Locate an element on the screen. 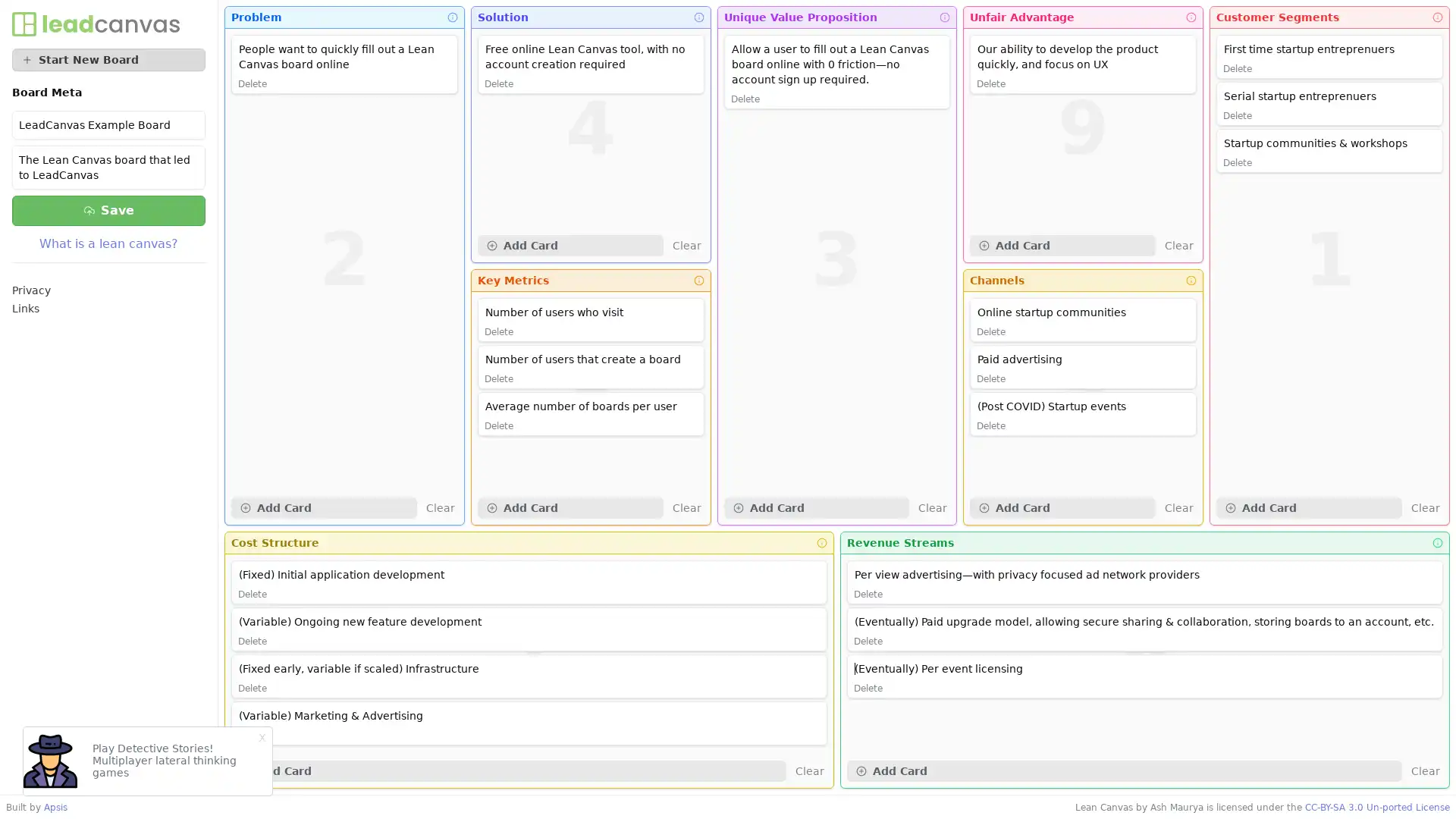 This screenshot has height=819, width=1456. Delete is located at coordinates (990, 330).